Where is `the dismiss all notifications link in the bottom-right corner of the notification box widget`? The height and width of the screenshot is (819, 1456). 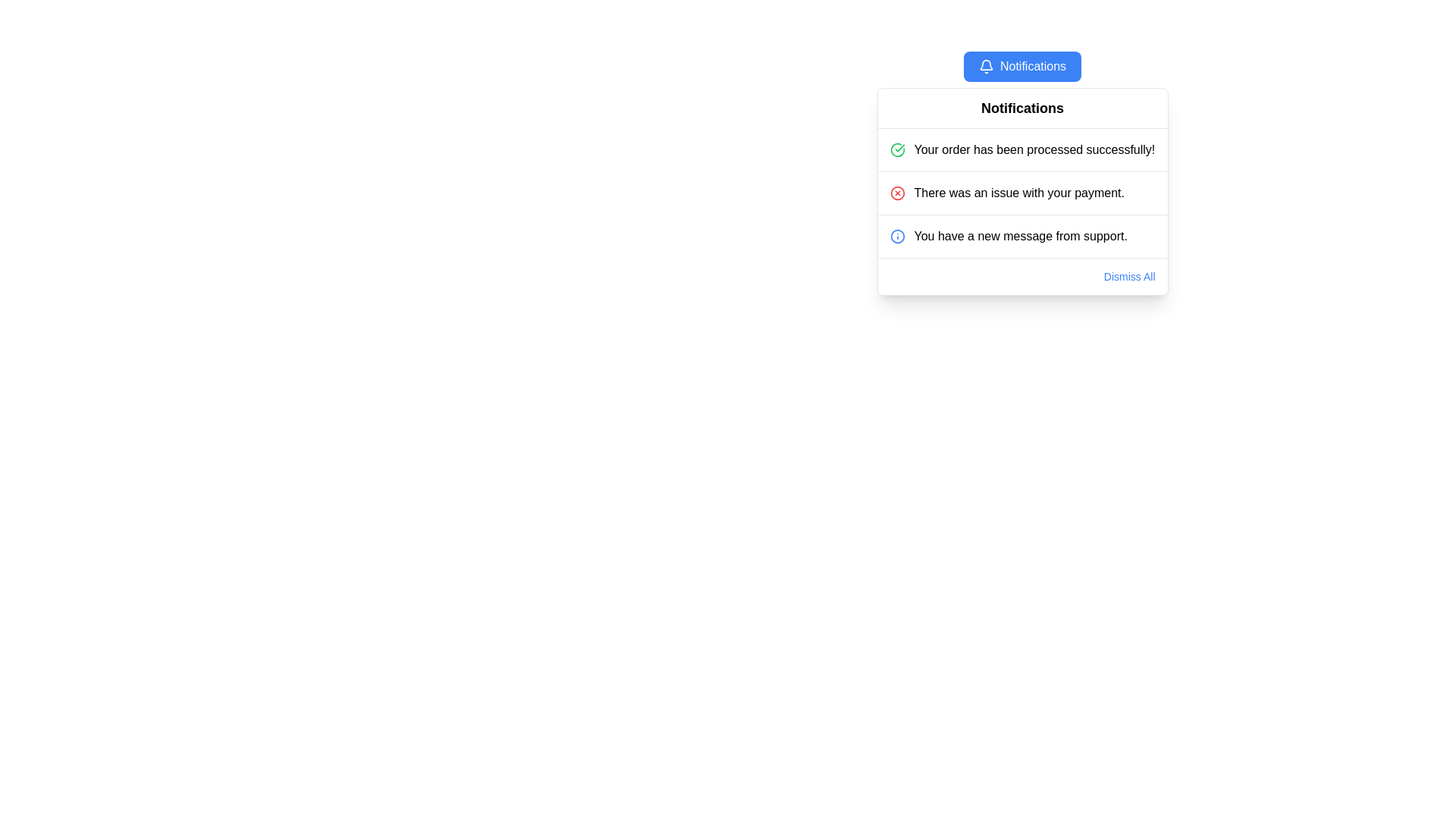 the dismiss all notifications link in the bottom-right corner of the notification box widget is located at coordinates (1129, 277).